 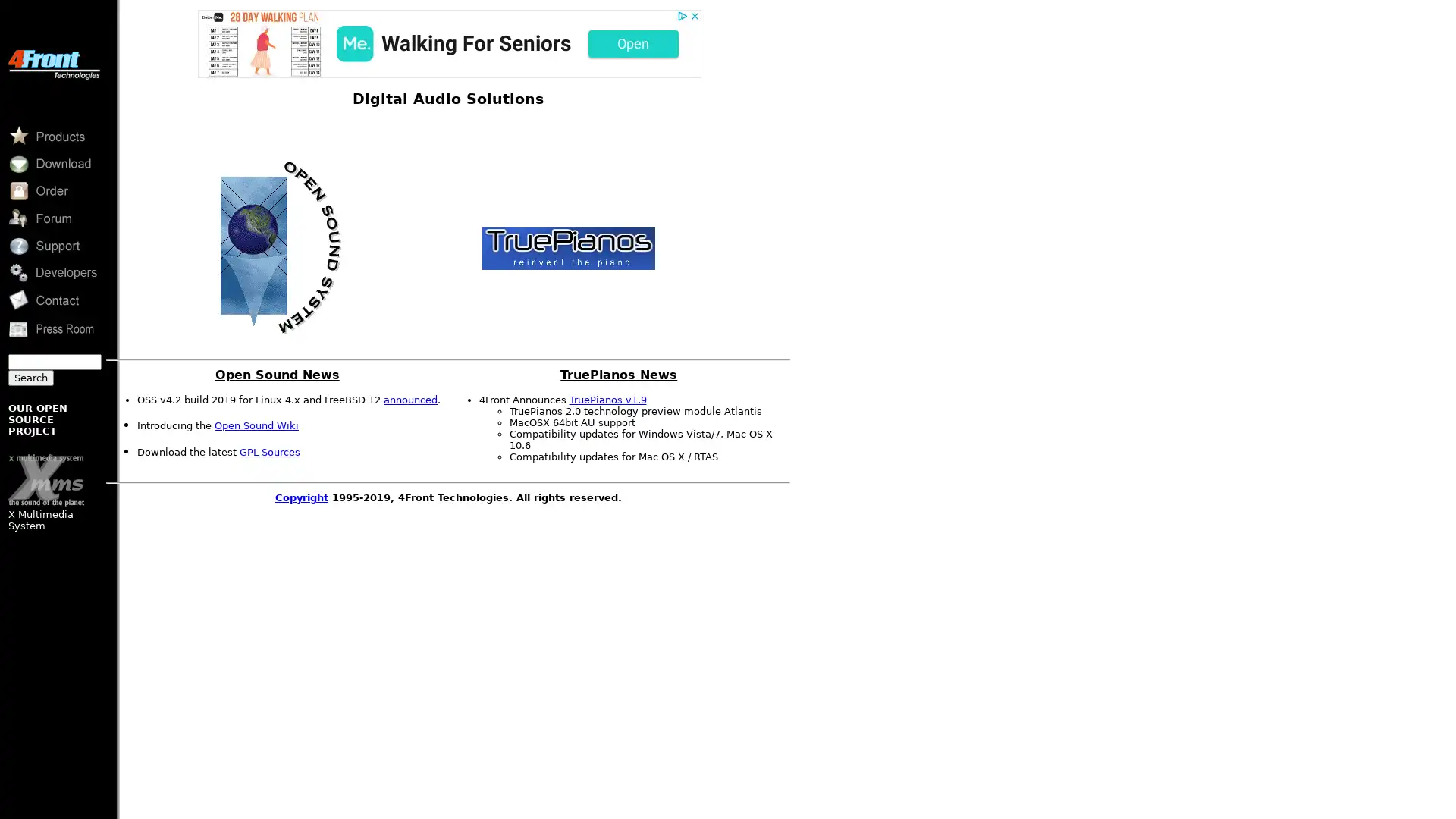 I want to click on Search, so click(x=31, y=377).